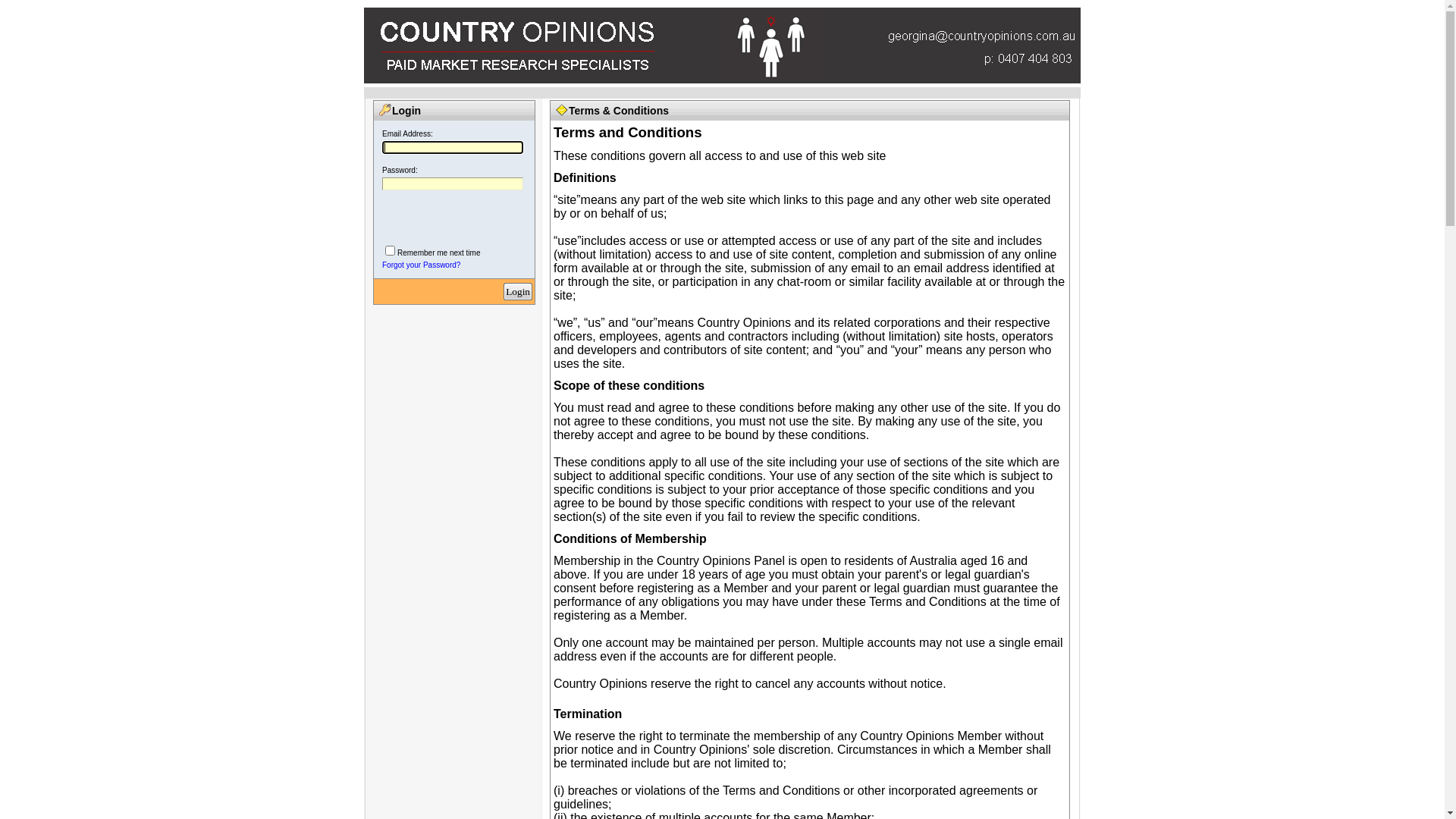 This screenshot has width=1456, height=819. Describe the element at coordinates (517, 290) in the screenshot. I see `'Login'` at that location.